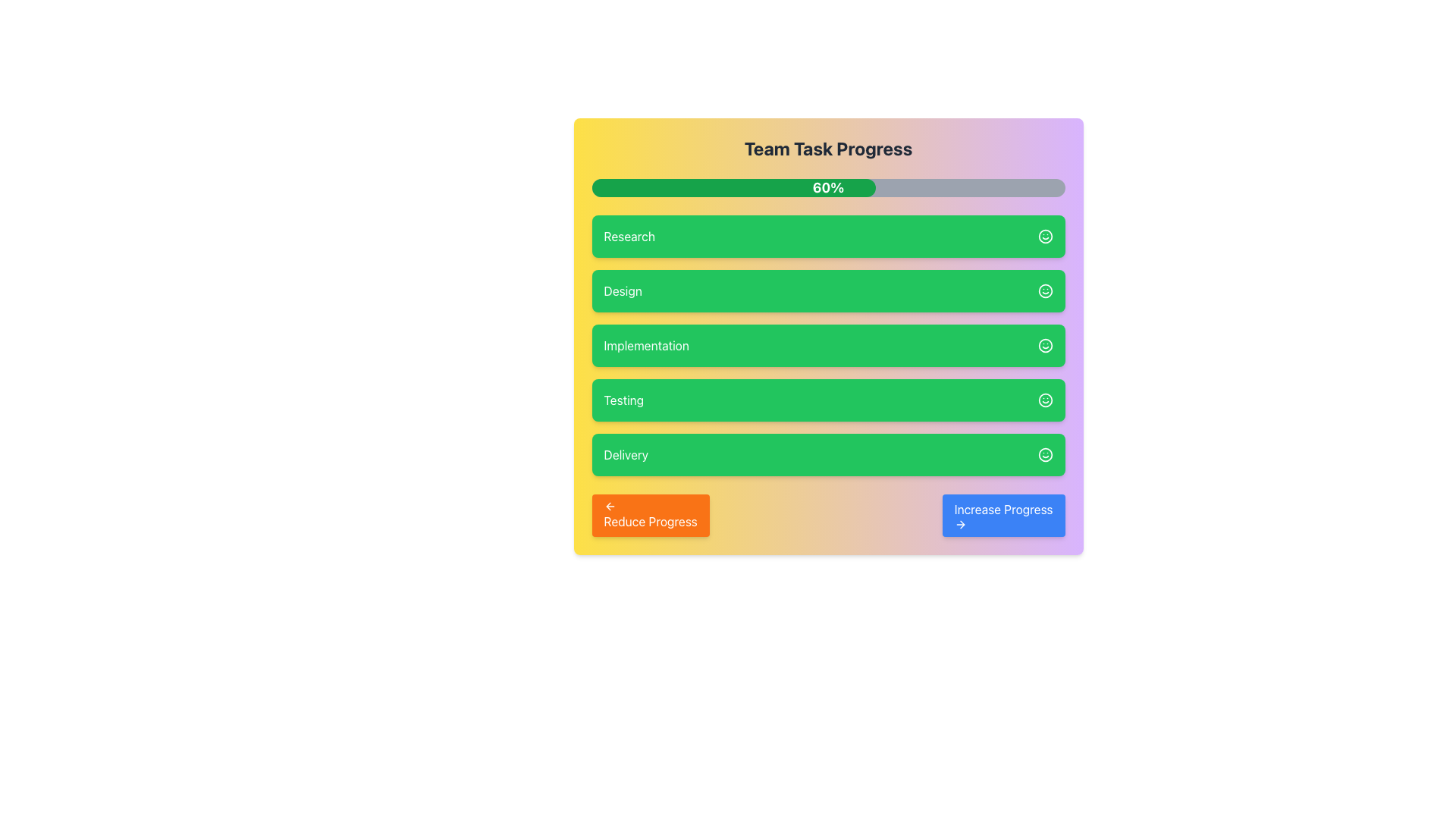 This screenshot has height=819, width=1456. Describe the element at coordinates (608, 506) in the screenshot. I see `the leftward-pointing arrow icon within the 'Reduce Progress' button, which visually indicates a decrement operation` at that location.